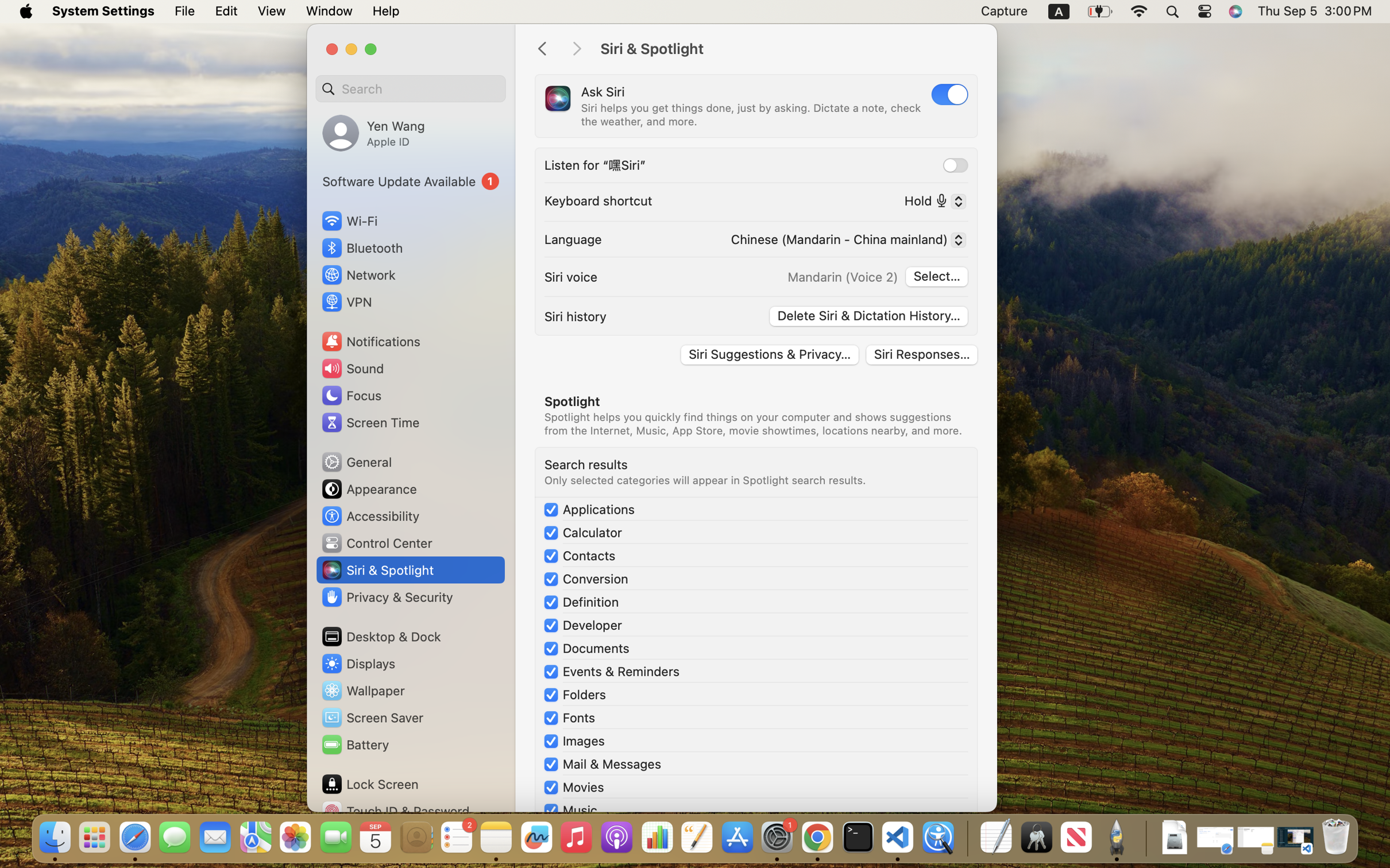 The width and height of the screenshot is (1390, 868). Describe the element at coordinates (371, 718) in the screenshot. I see `'Screen Saver'` at that location.